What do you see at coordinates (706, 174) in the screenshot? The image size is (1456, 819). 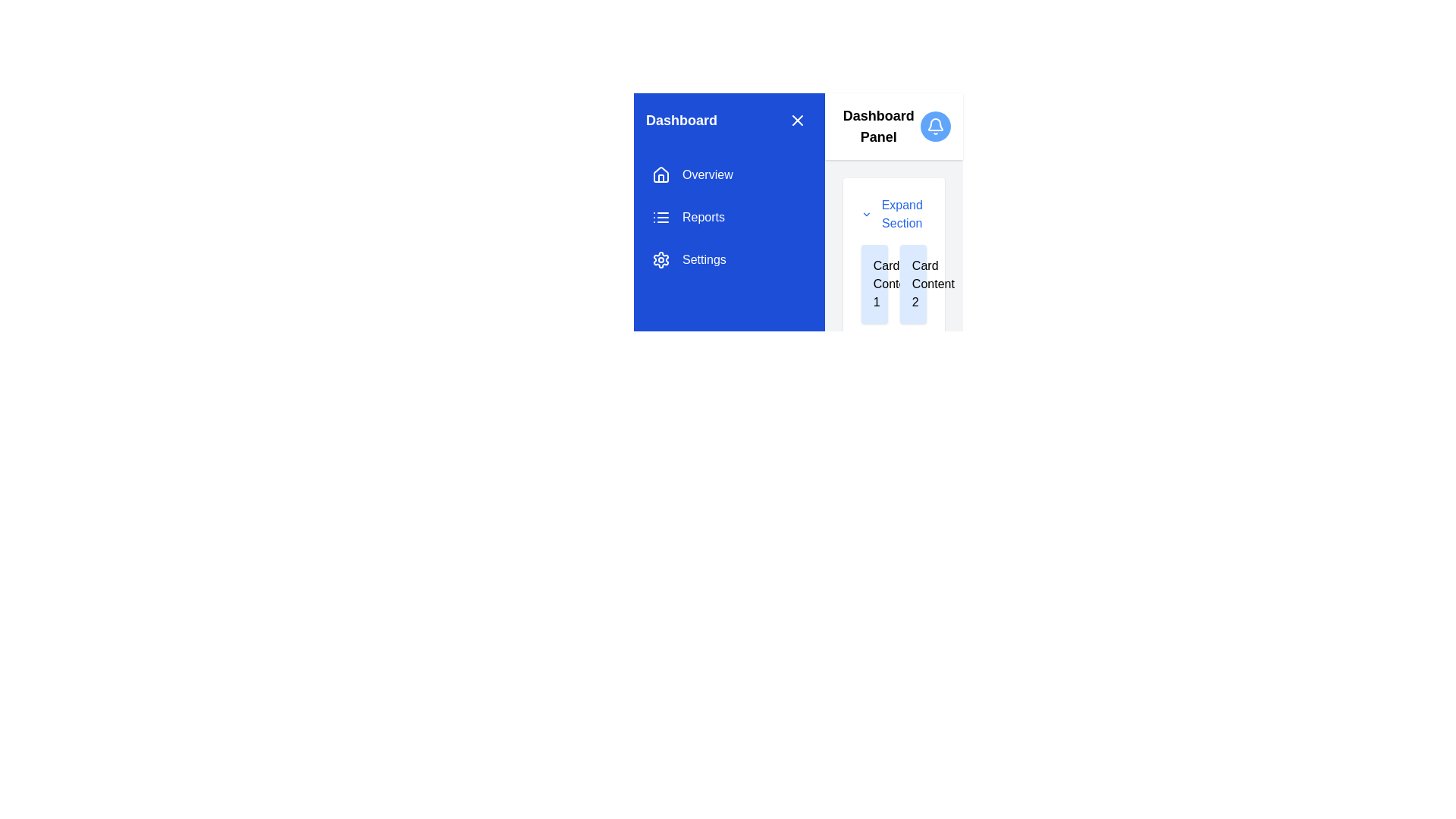 I see `the 'Overview' text label in the navigation menu` at bounding box center [706, 174].